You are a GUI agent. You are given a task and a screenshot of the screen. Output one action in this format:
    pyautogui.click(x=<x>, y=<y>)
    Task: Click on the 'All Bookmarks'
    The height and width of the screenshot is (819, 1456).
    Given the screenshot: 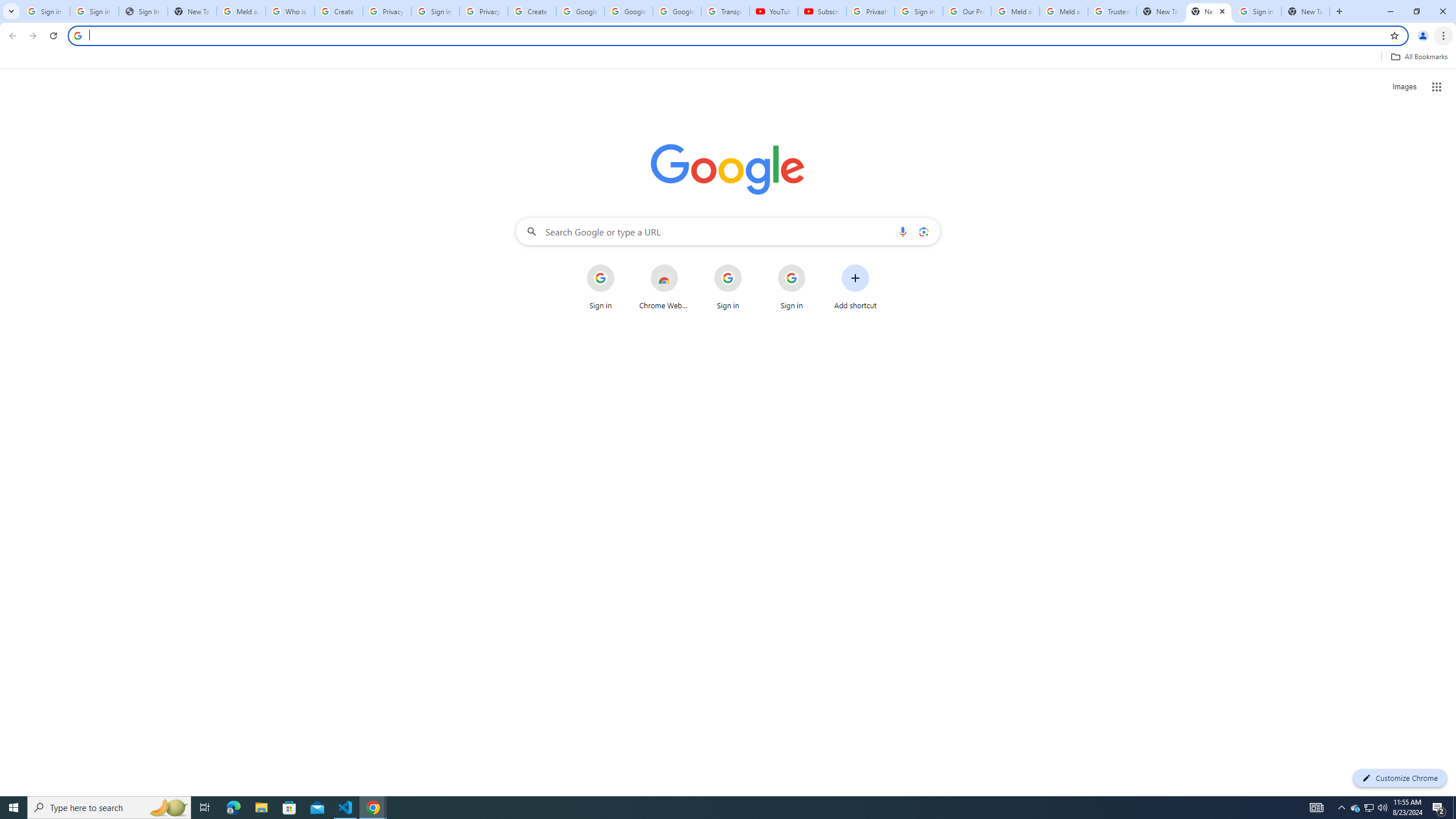 What is the action you would take?
    pyautogui.click(x=1418, y=56)
    